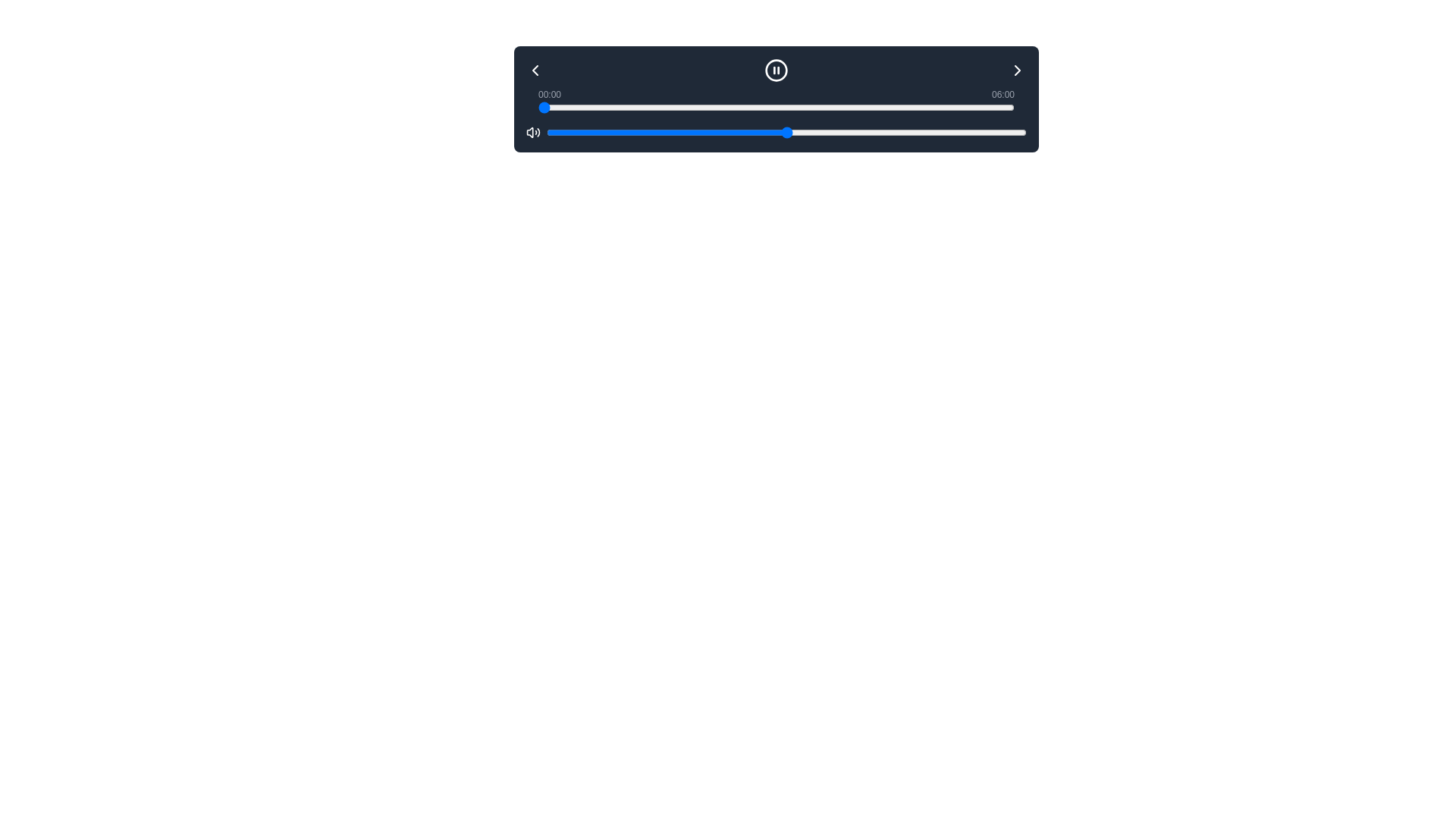 The height and width of the screenshot is (819, 1456). What do you see at coordinates (895, 107) in the screenshot?
I see `the slider` at bounding box center [895, 107].